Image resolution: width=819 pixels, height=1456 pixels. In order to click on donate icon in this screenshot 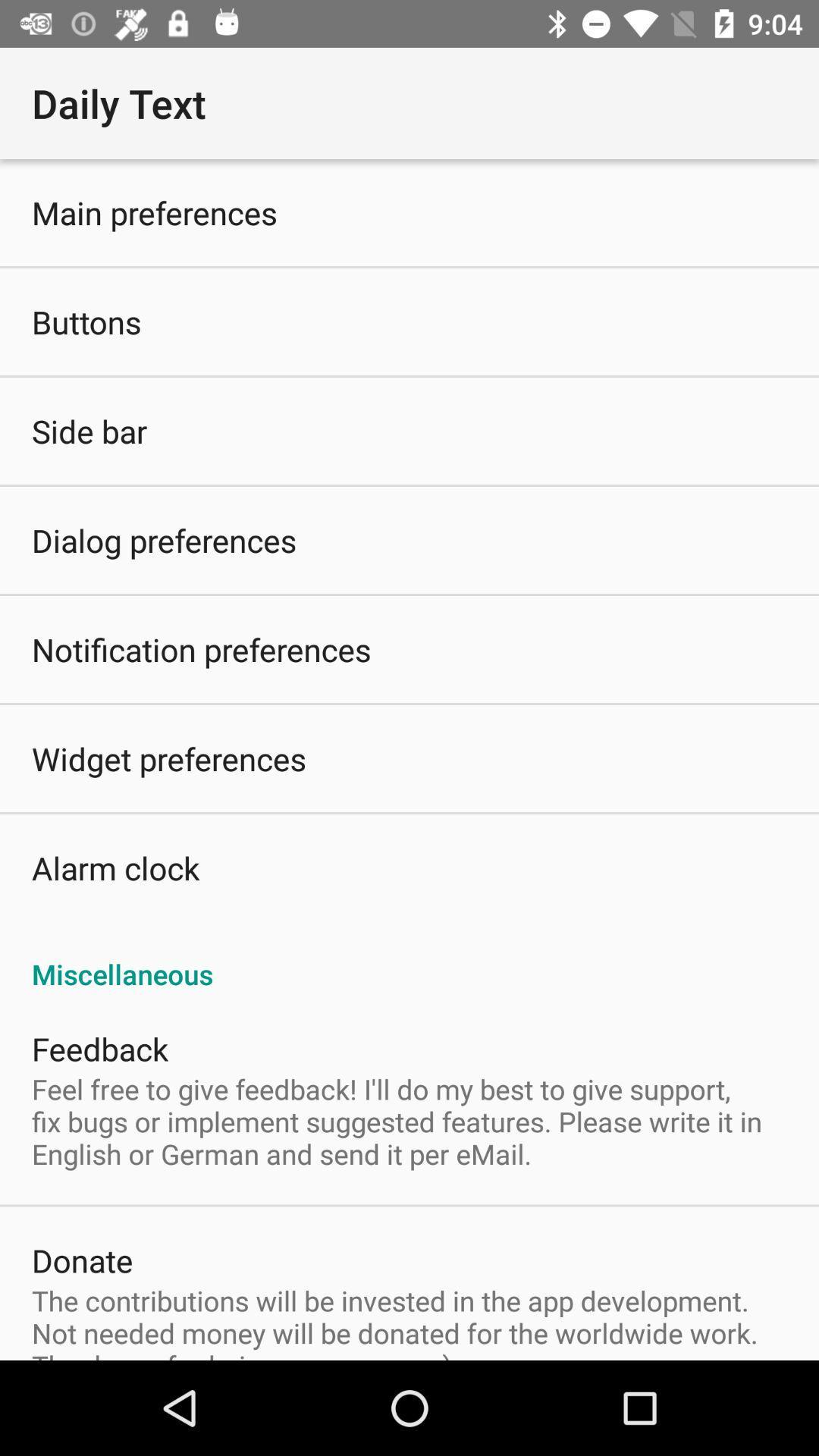, I will do `click(82, 1260)`.